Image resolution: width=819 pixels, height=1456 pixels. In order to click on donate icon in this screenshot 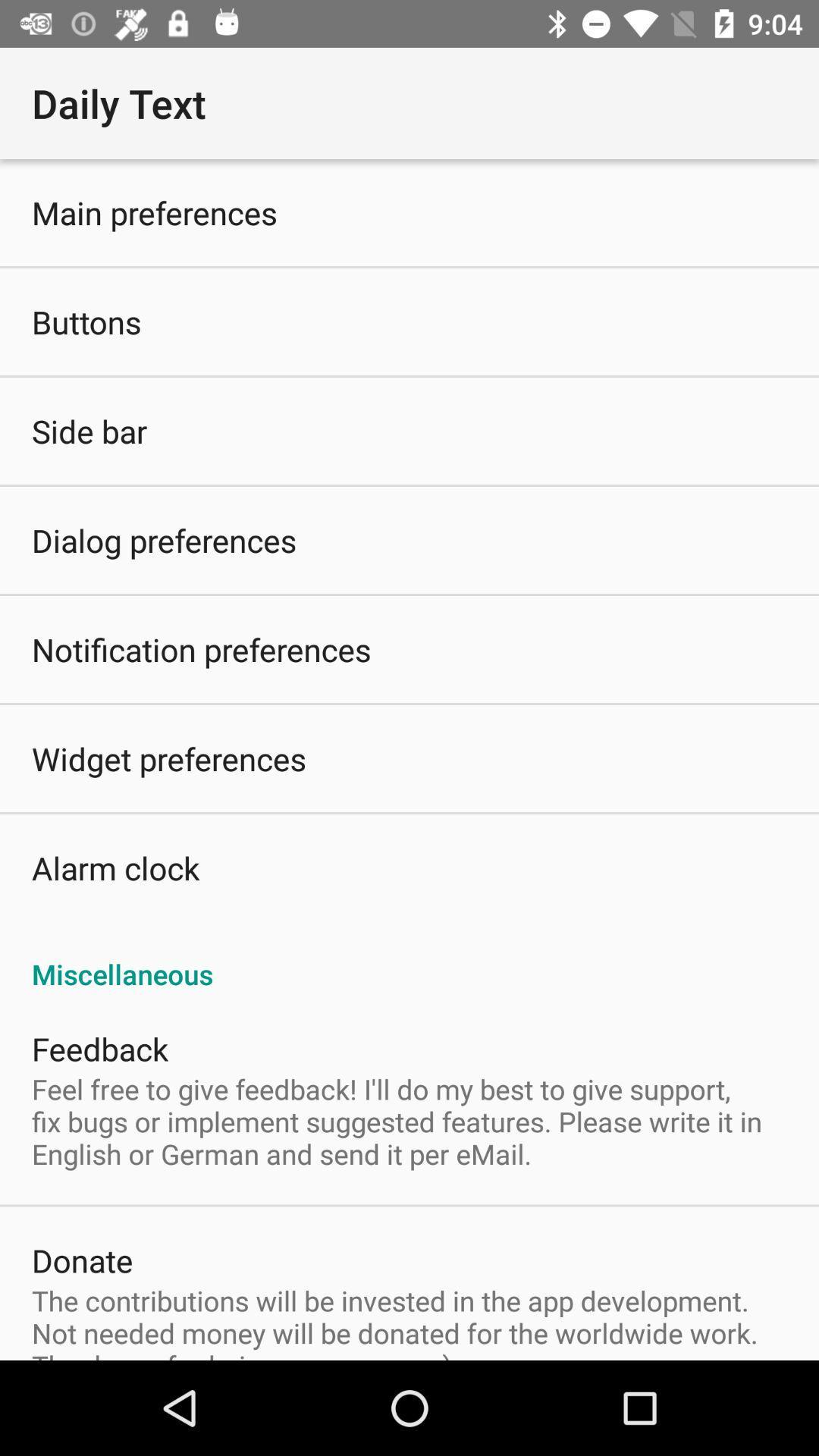, I will do `click(82, 1260)`.